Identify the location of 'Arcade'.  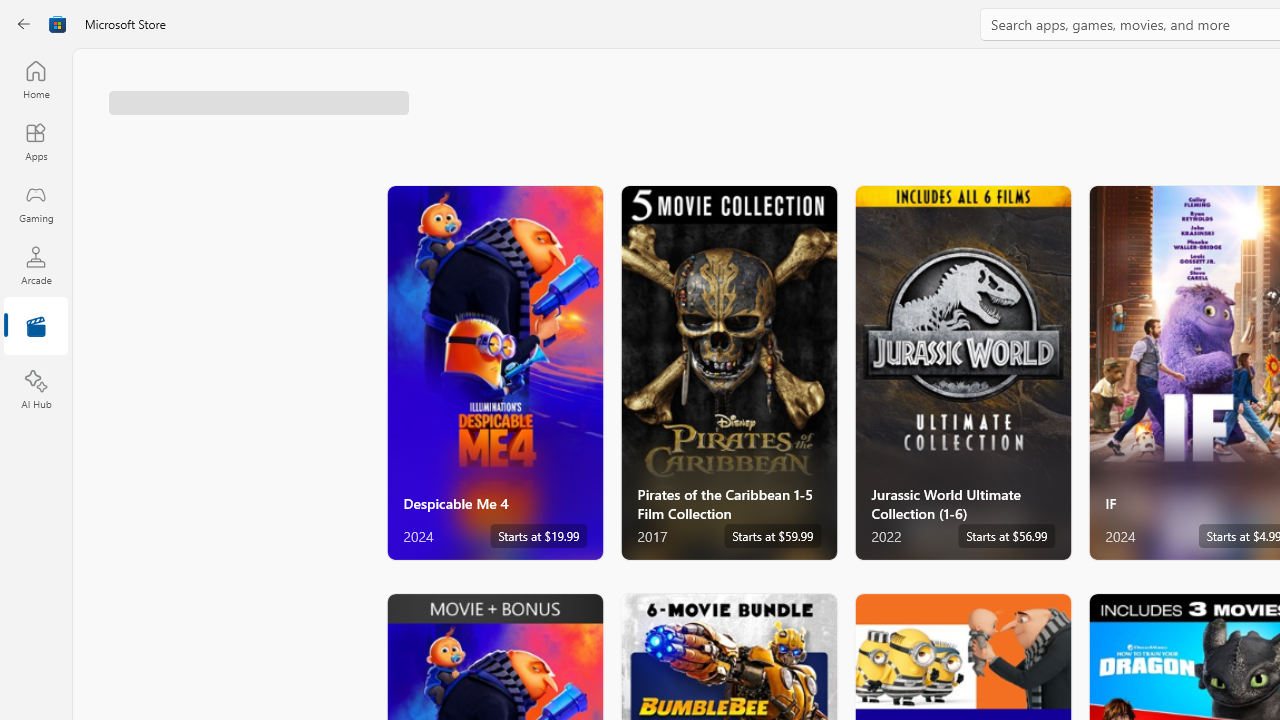
(35, 264).